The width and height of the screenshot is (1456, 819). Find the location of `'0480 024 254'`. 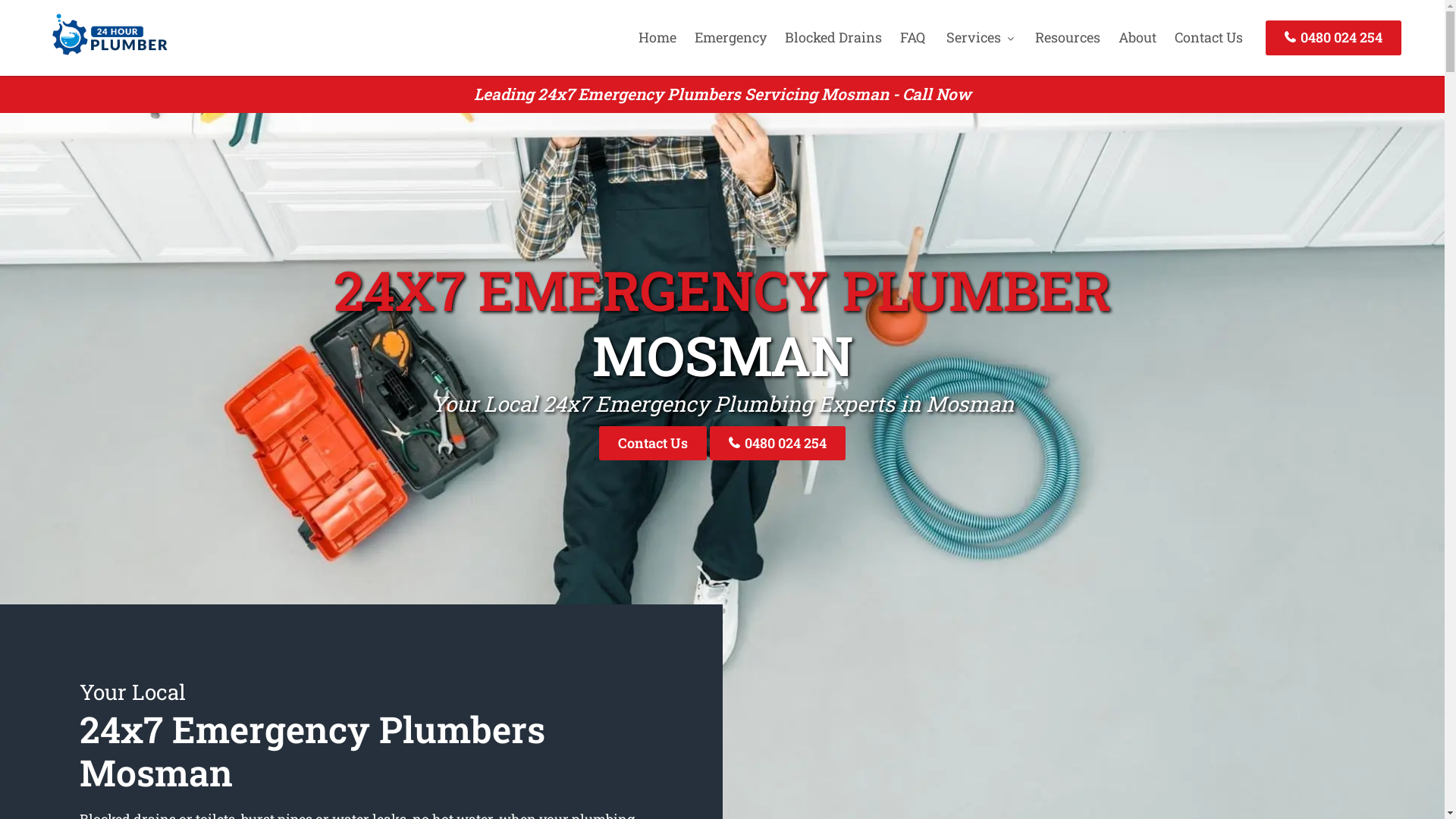

'0480 024 254' is located at coordinates (709, 443).